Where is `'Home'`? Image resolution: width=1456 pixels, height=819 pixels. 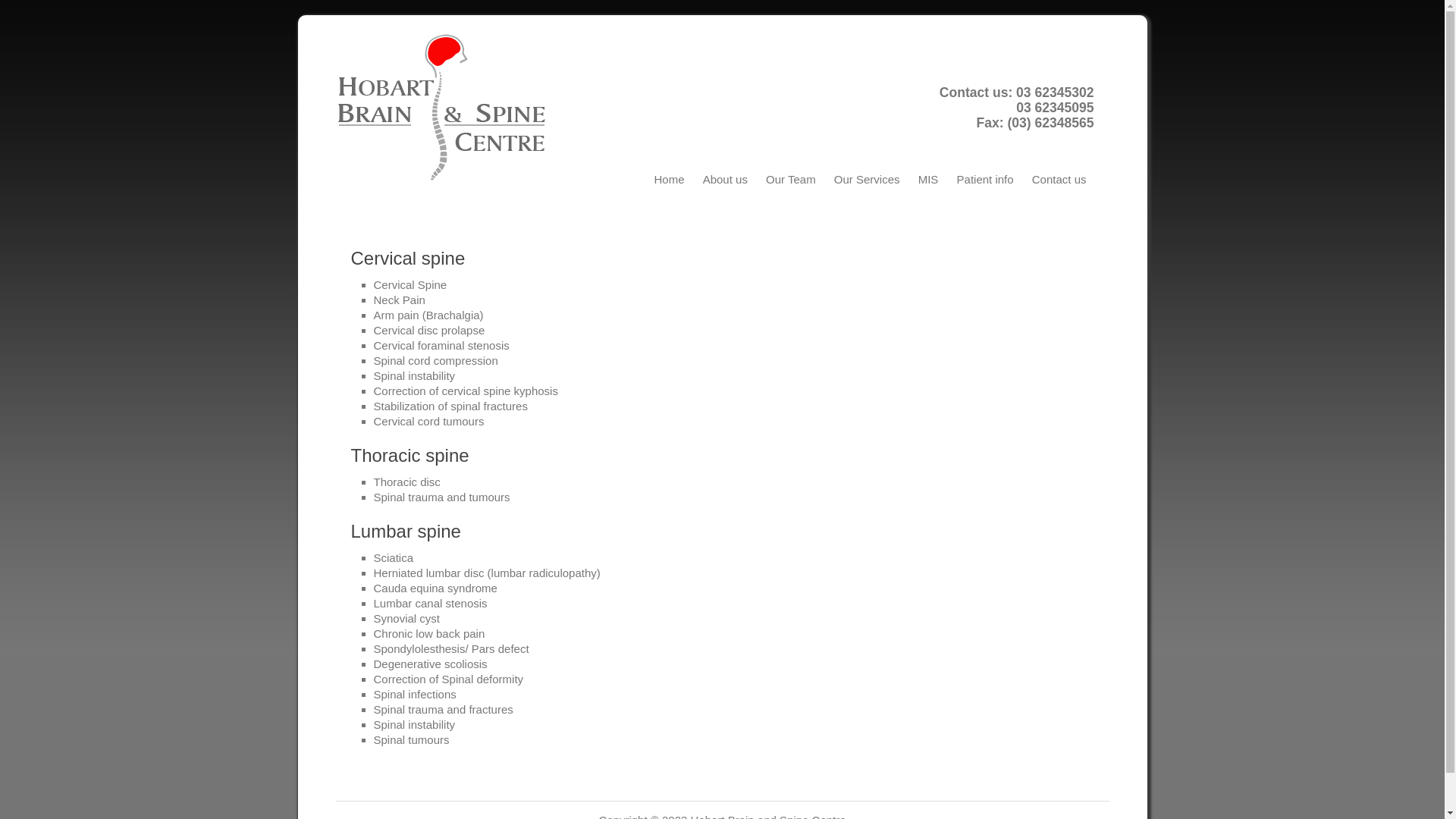
'Home' is located at coordinates (668, 178).